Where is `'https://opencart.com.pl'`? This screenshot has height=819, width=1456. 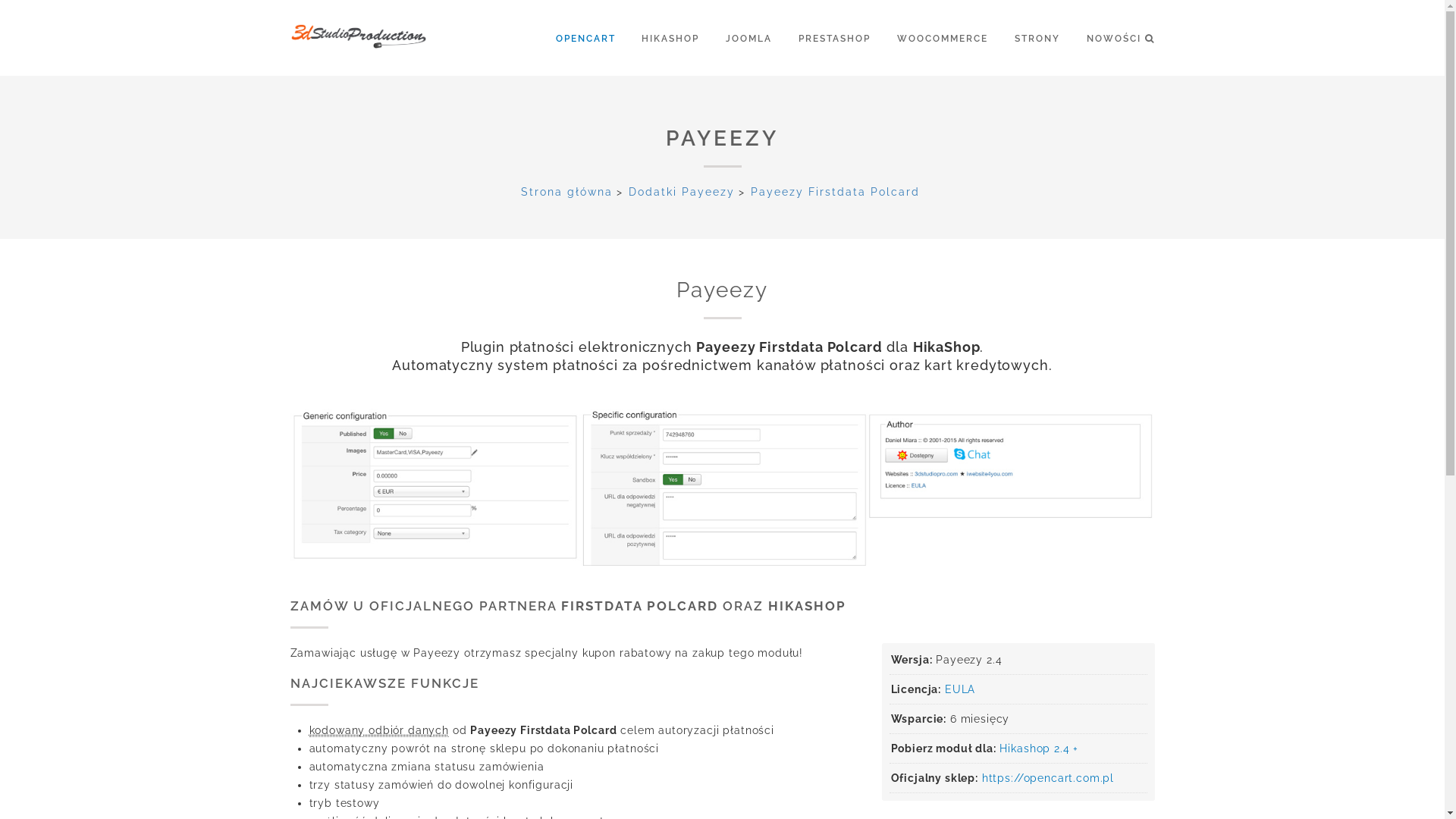 'https://opencart.com.pl' is located at coordinates (1047, 778).